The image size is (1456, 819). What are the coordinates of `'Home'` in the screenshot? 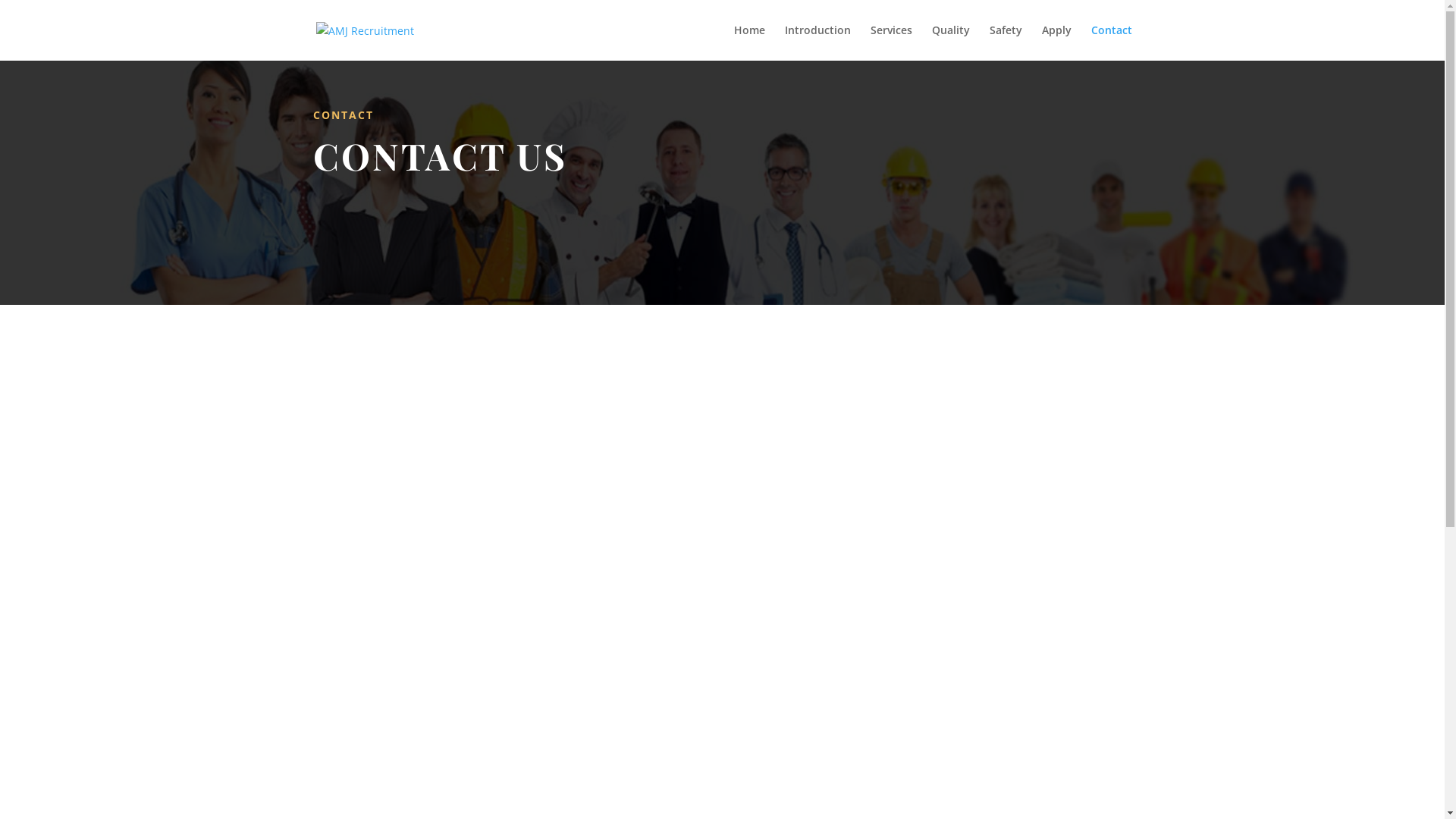 It's located at (749, 42).